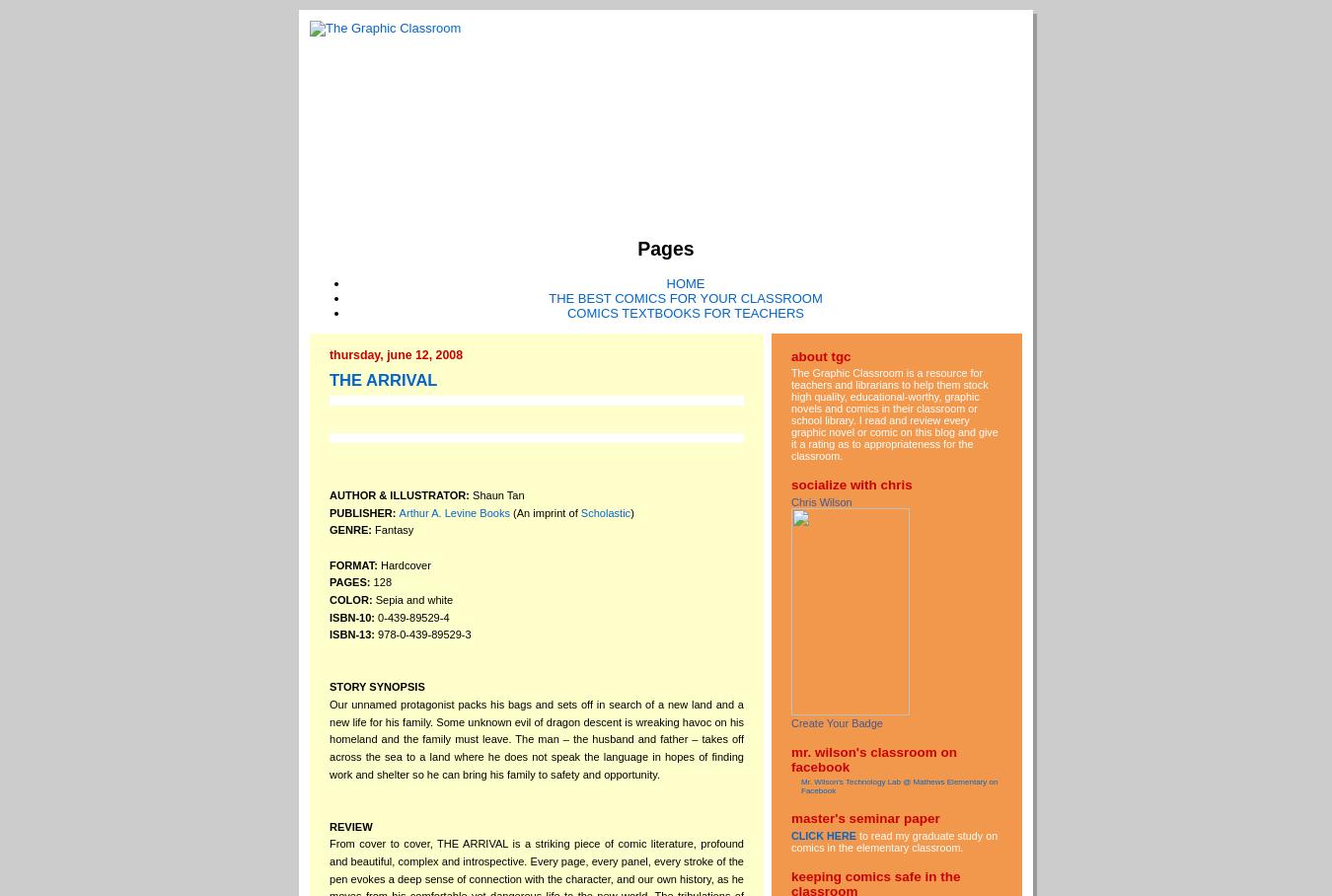 The width and height of the screenshot is (1332, 896). I want to click on 'COLOR:', so click(351, 597).